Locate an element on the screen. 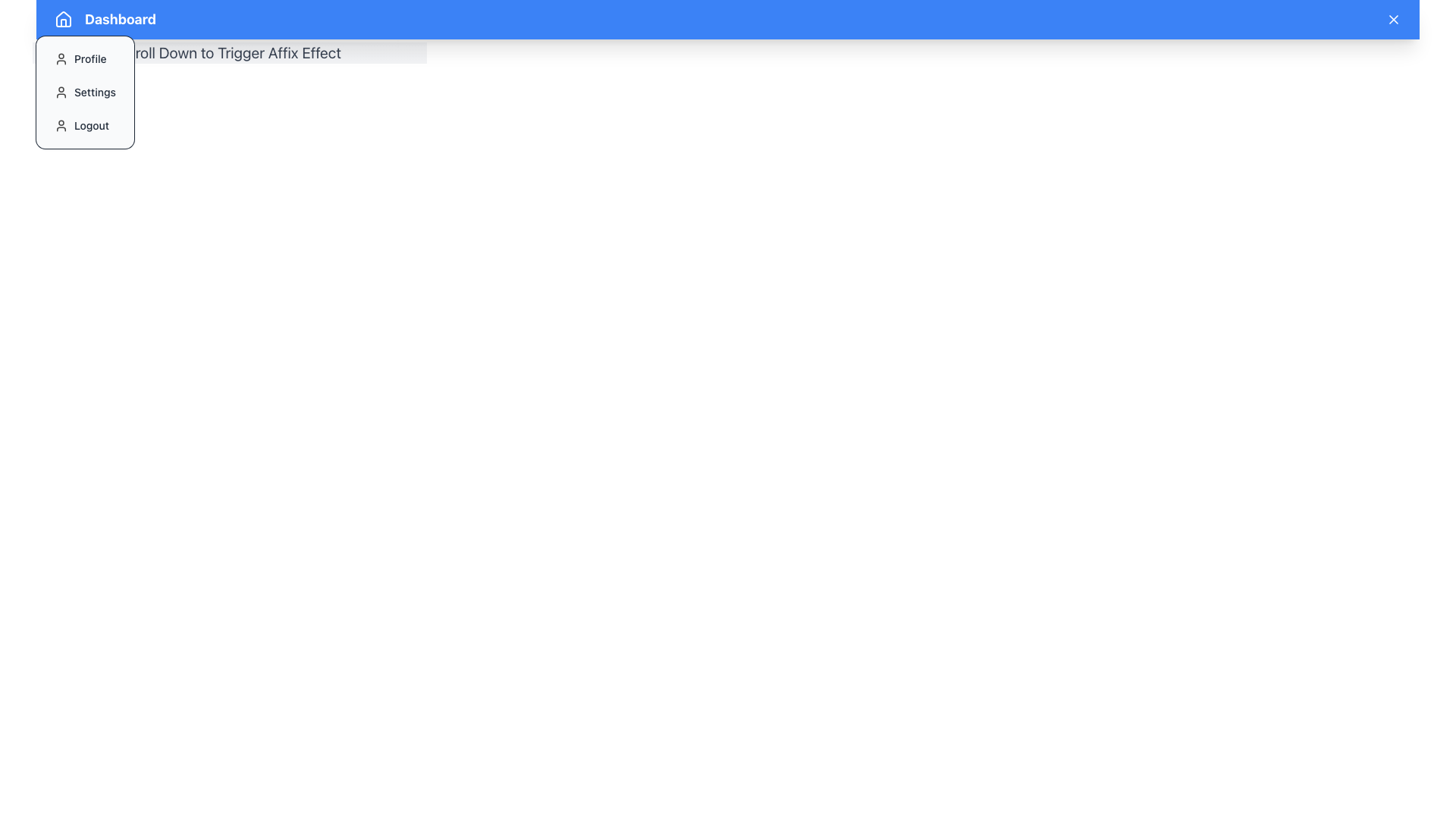 The height and width of the screenshot is (819, 1456). the 'Settings' menu item located below 'Profile' and above 'Logout' in the vertical list menu is located at coordinates (84, 93).